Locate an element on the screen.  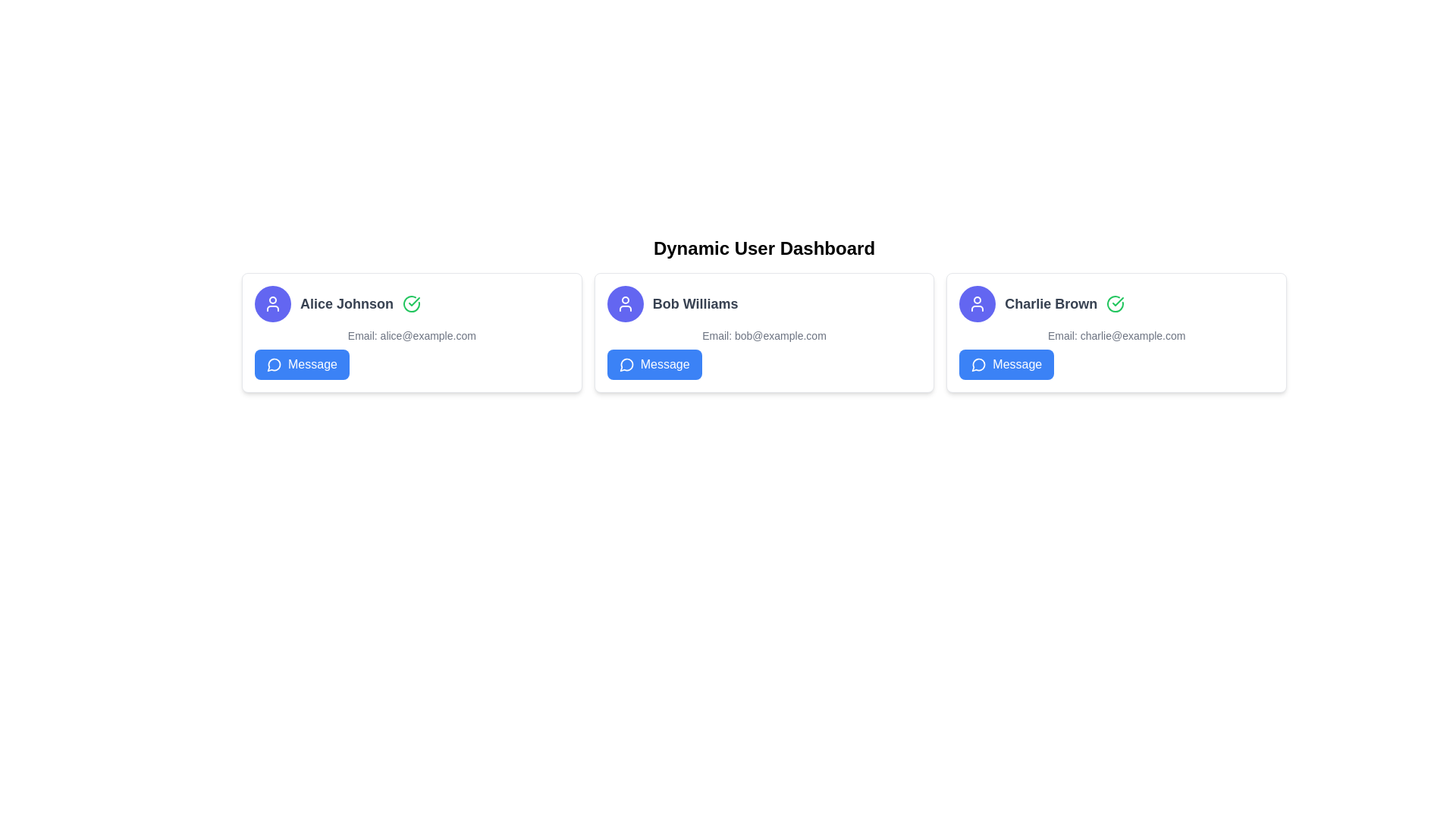
the speech bubble icon within the blue 'Message' button located at the bottom of Charlie Brown's profile card is located at coordinates (979, 365).